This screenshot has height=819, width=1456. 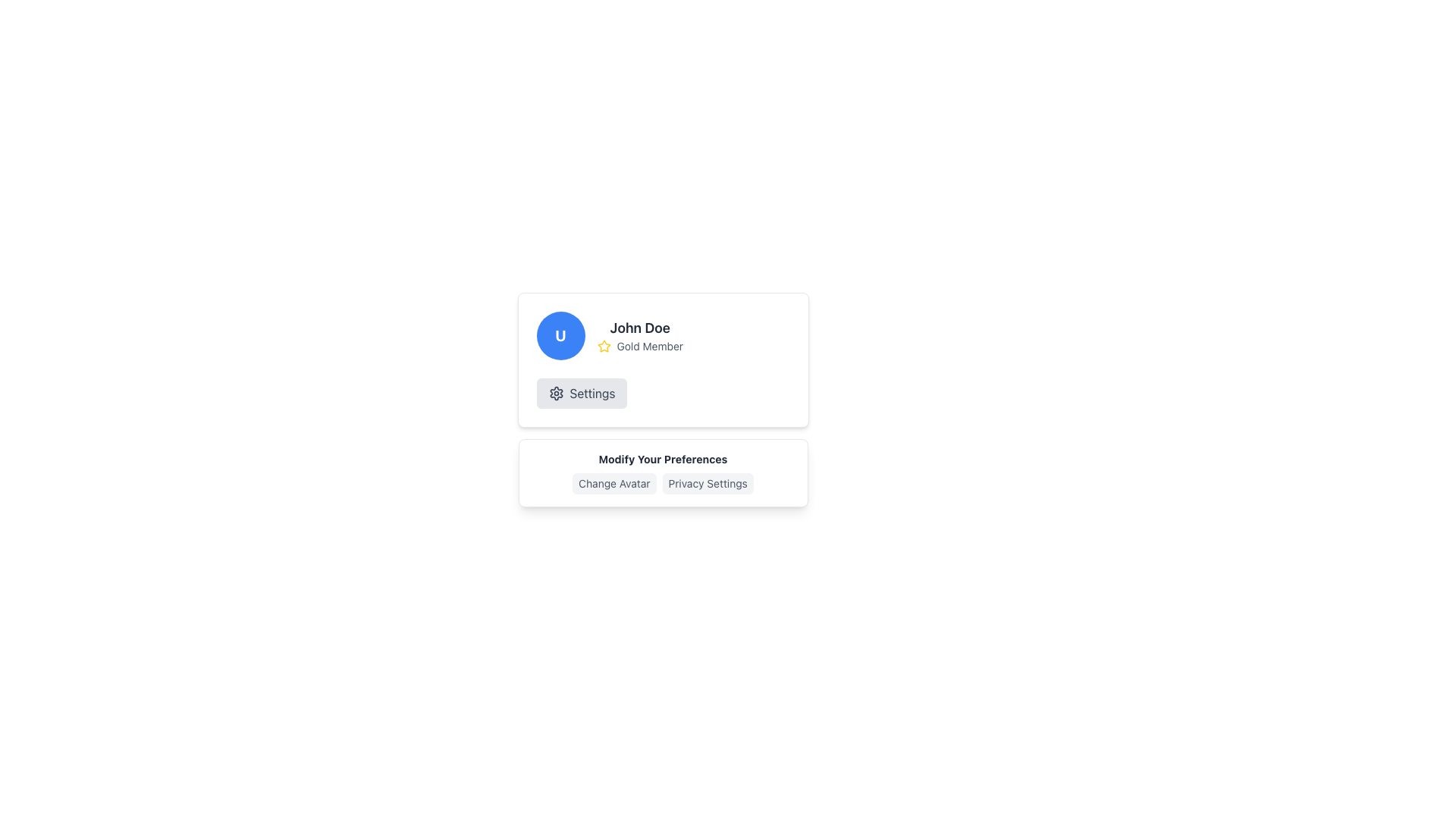 I want to click on the 'Change Avatar' button, which is styled with rounded edges and grayish tones, so click(x=614, y=483).